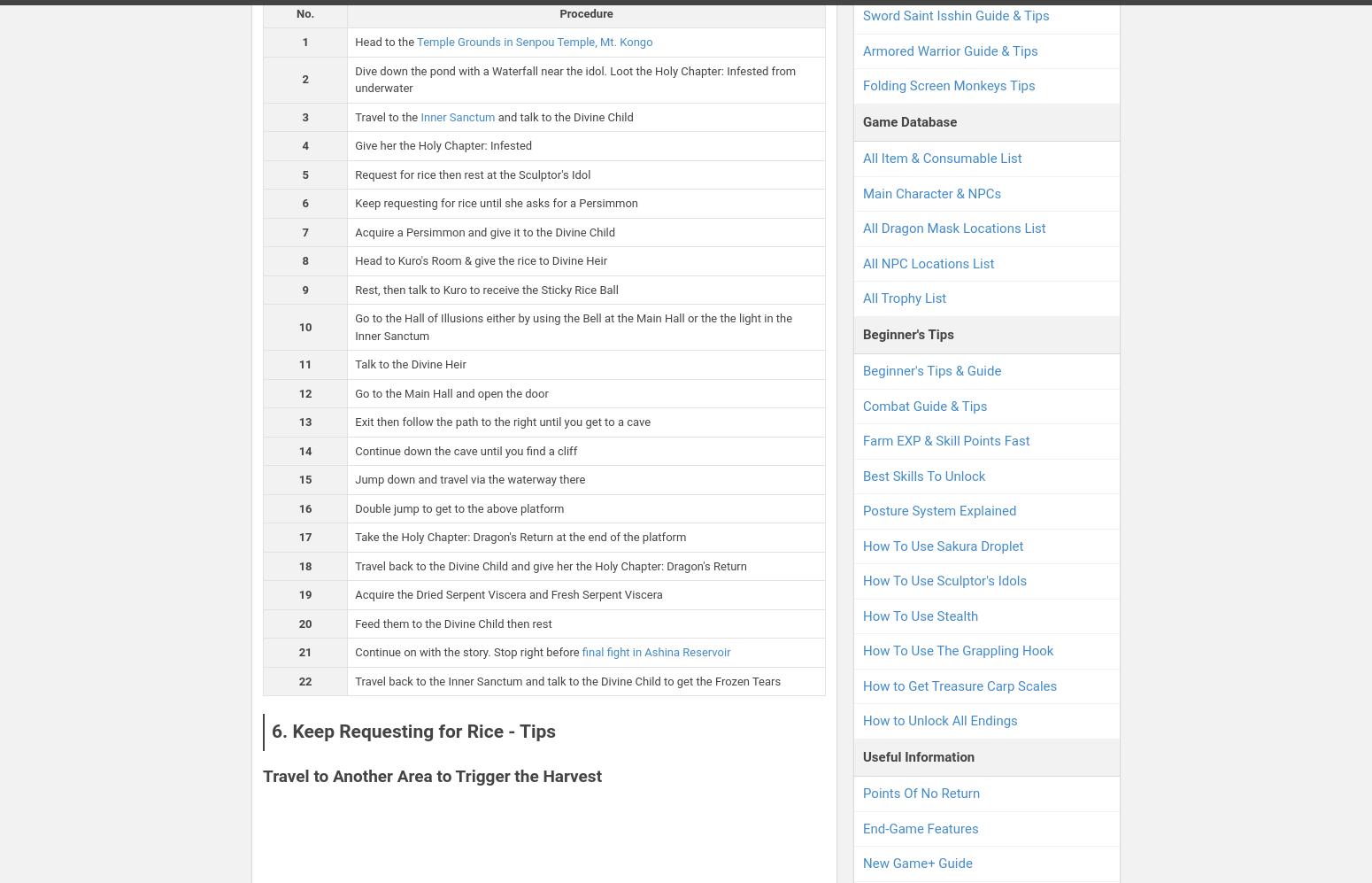 Image resolution: width=1372 pixels, height=883 pixels. What do you see at coordinates (946, 441) in the screenshot?
I see `'Farm EXP & Skill Points Fast'` at bounding box center [946, 441].